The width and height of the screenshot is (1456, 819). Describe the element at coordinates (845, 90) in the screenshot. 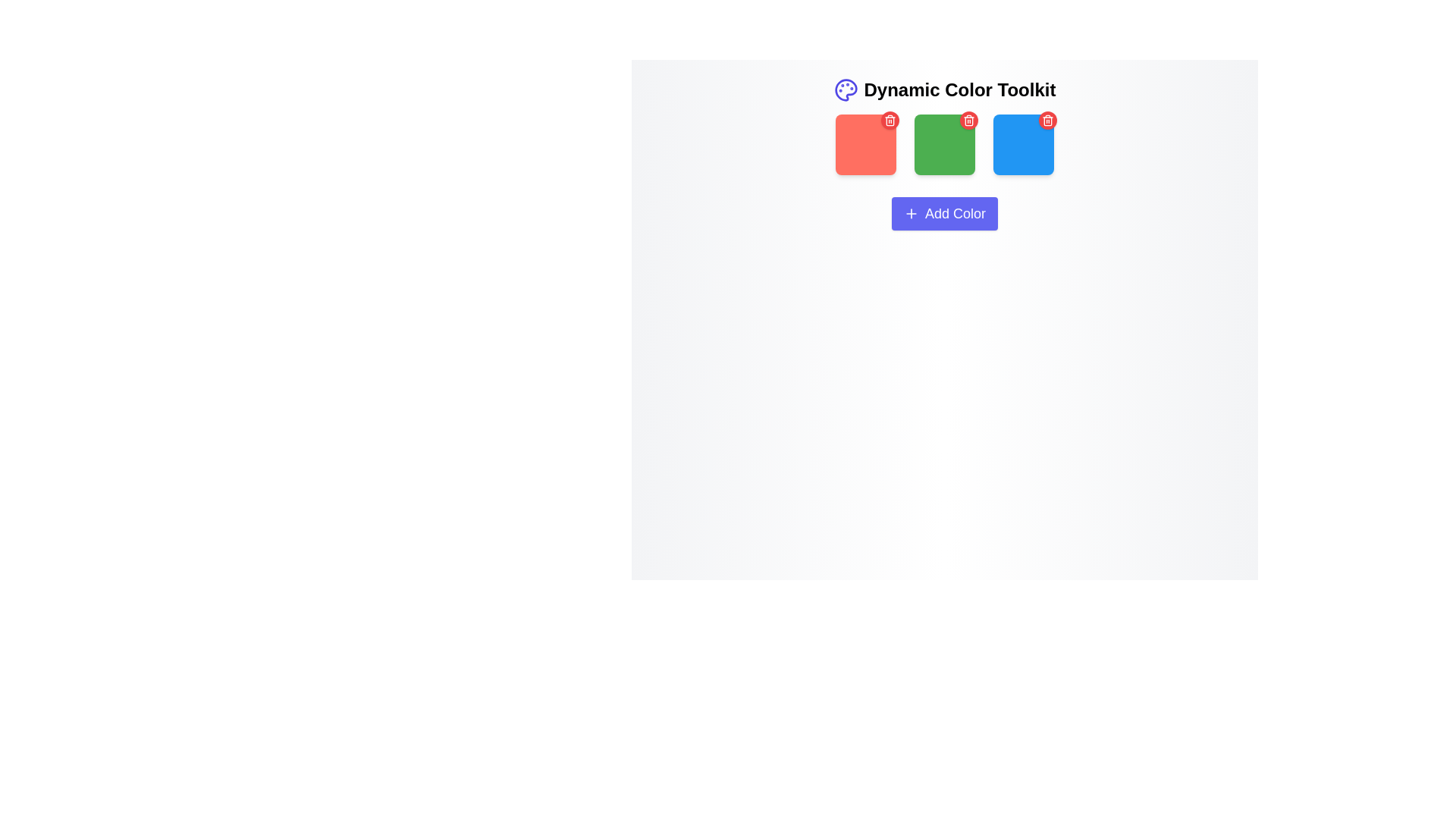

I see `the rounded indigo painter's palette icon located next to the header text 'Dynamic Color Toolkit' in the top-left corner of the interface` at that location.